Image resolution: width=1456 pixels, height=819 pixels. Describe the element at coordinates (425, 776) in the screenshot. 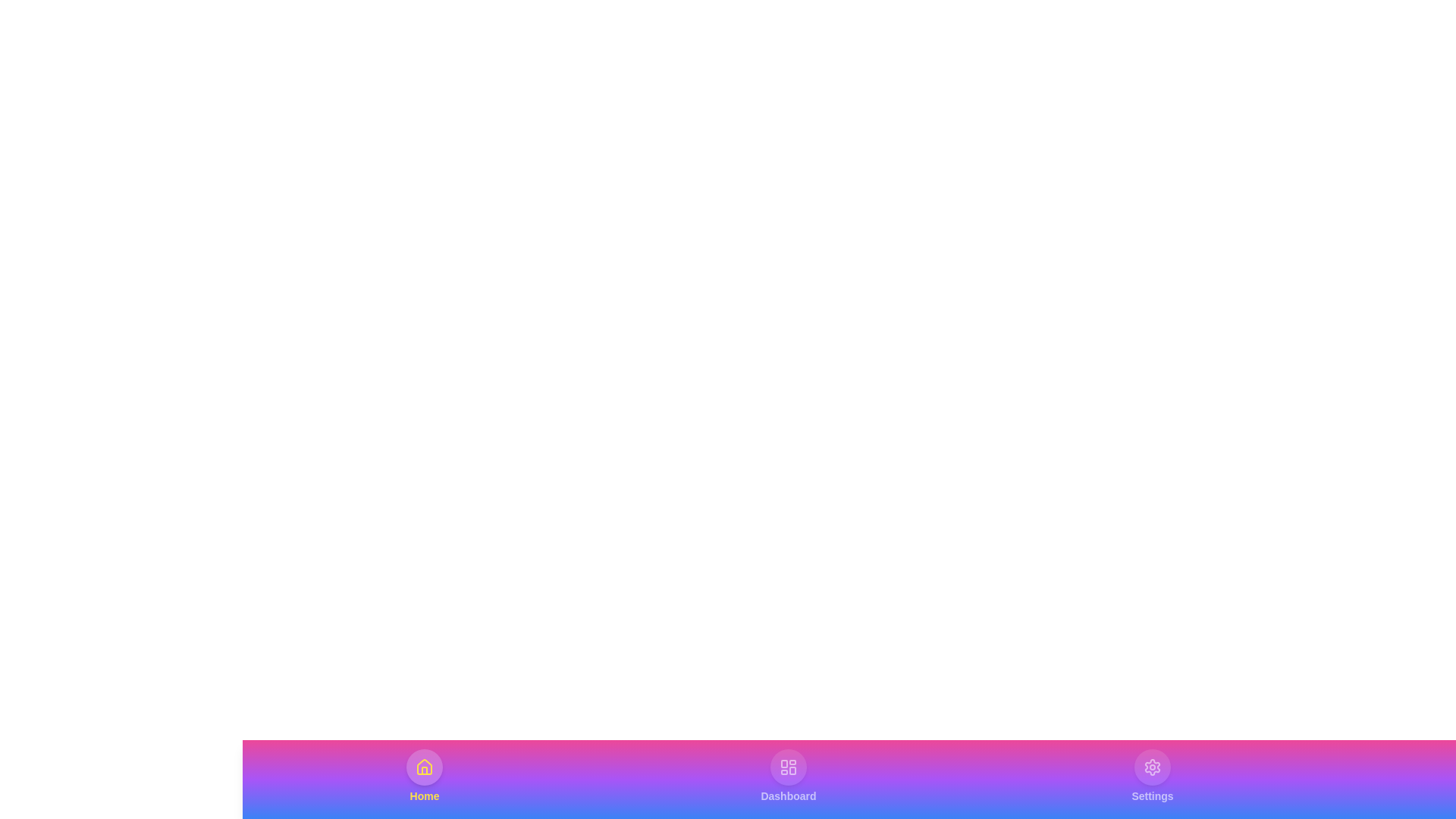

I see `the Home tab to see its hover effect` at that location.